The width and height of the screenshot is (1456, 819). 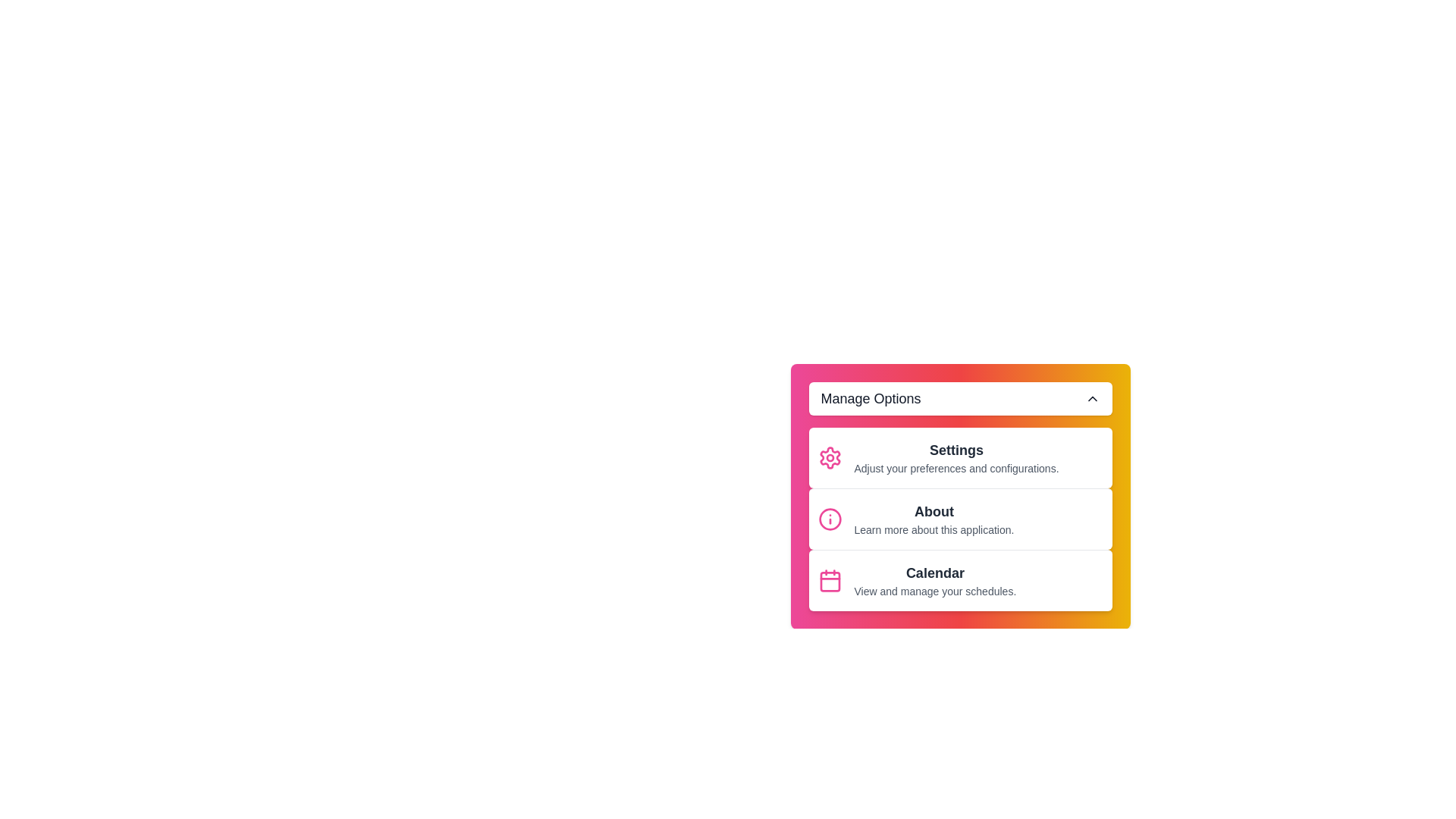 I want to click on the 'Manage Options' button to toggle the menu visibility, so click(x=959, y=397).